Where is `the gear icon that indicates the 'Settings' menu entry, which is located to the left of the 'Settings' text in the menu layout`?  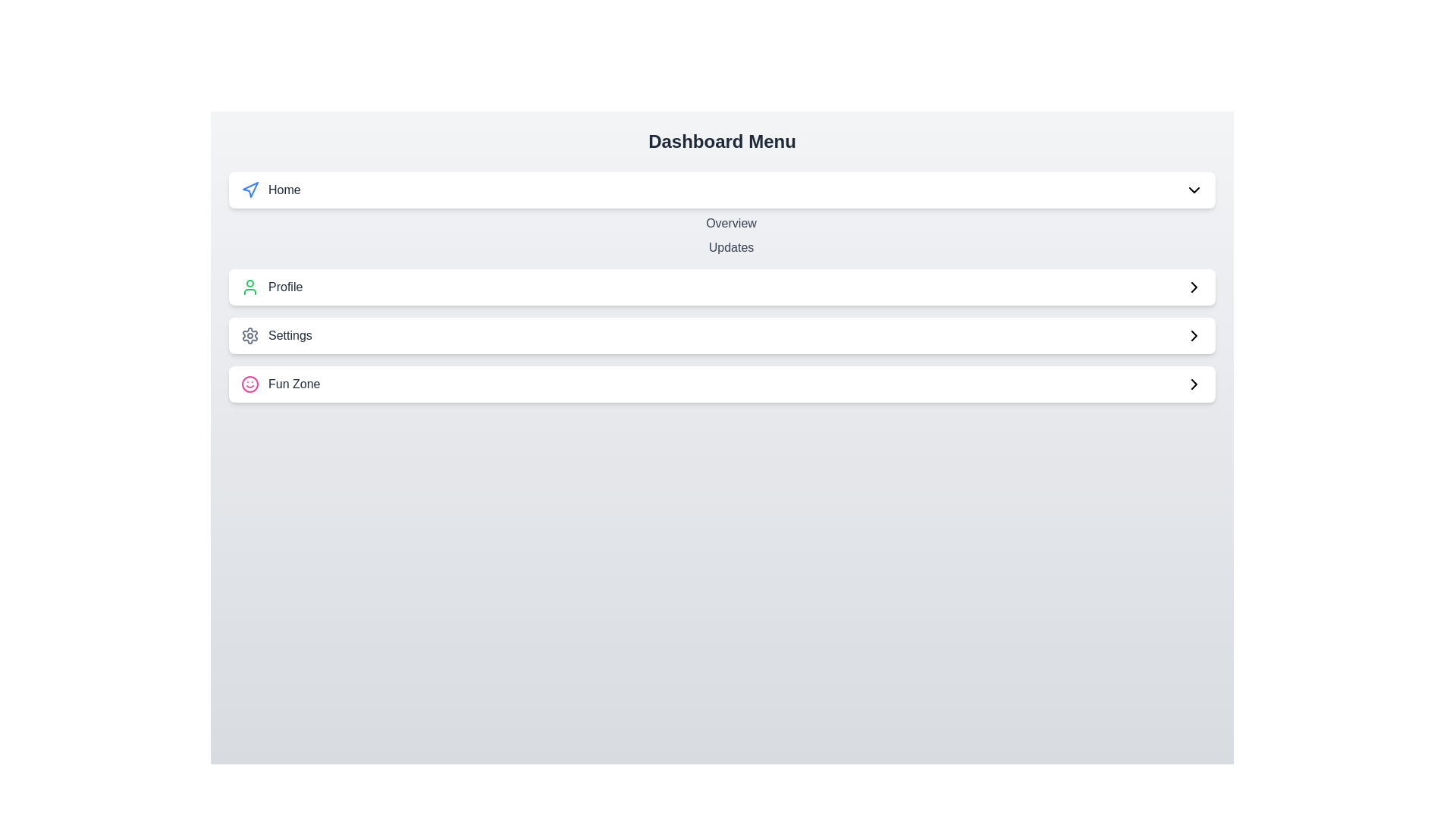
the gear icon that indicates the 'Settings' menu entry, which is located to the left of the 'Settings' text in the menu layout is located at coordinates (250, 335).